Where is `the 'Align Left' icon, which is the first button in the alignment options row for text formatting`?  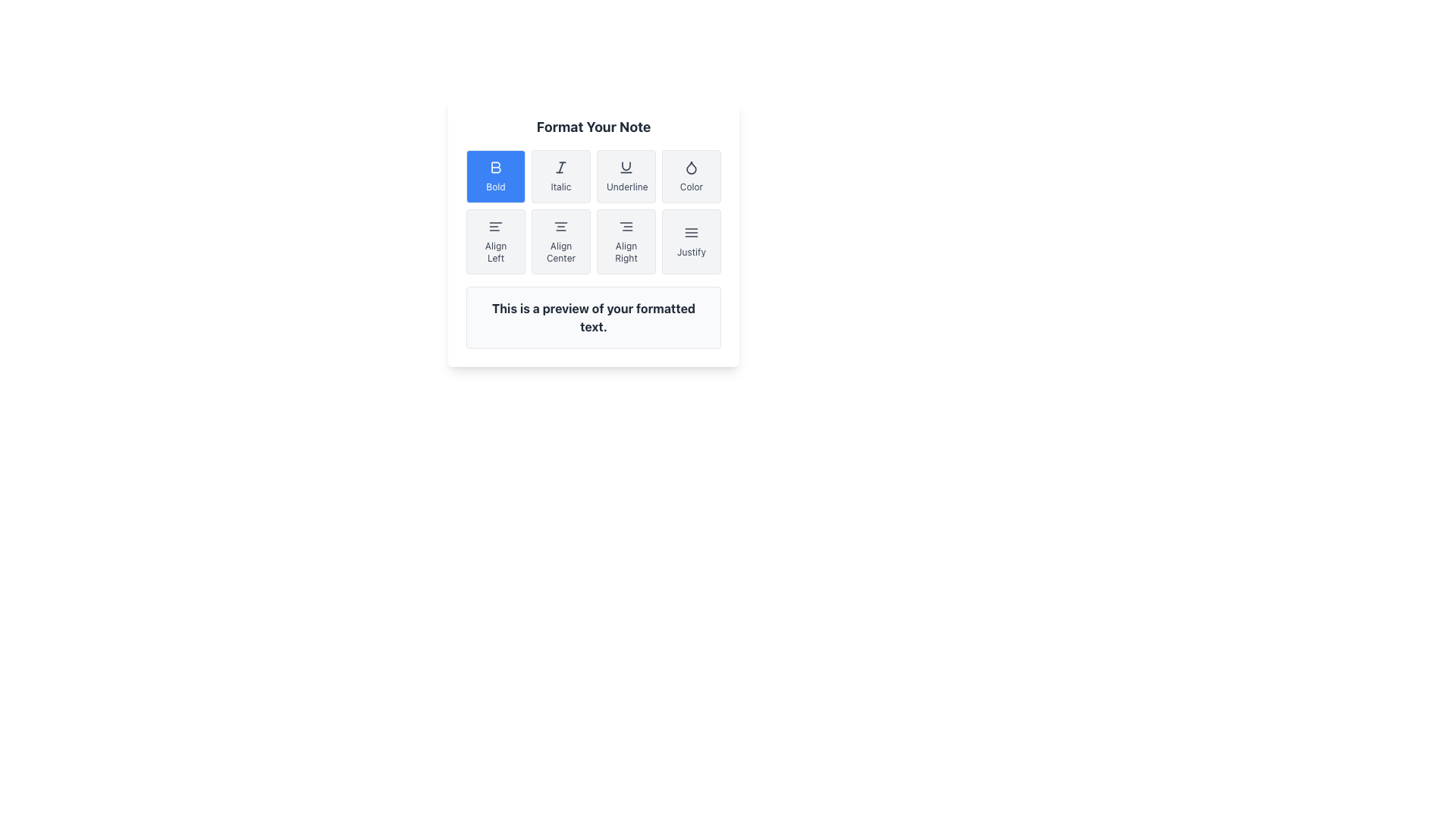 the 'Align Left' icon, which is the first button in the alignment options row for text formatting is located at coordinates (495, 227).